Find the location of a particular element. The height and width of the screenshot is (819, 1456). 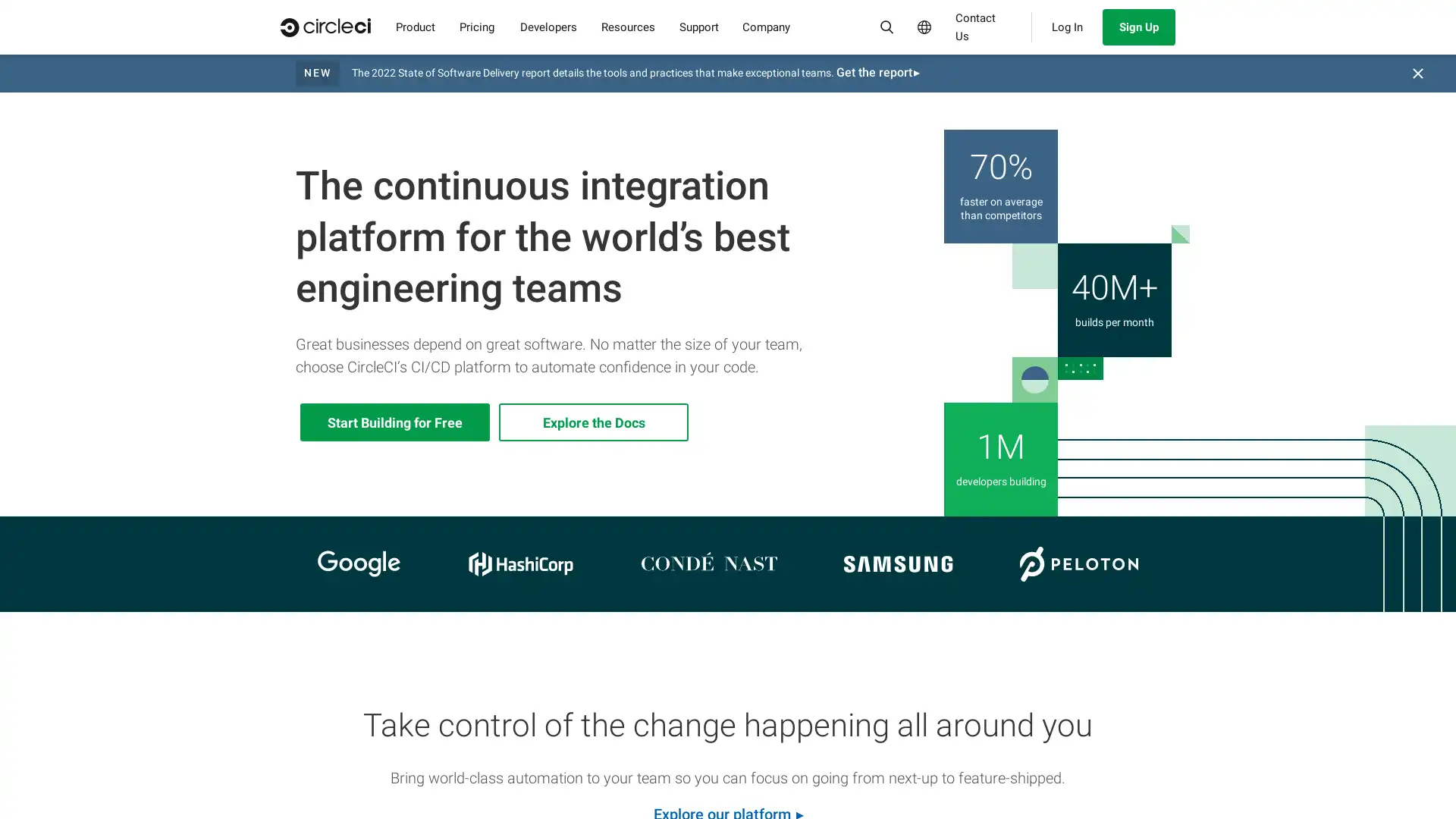

Search is located at coordinates (886, 27).